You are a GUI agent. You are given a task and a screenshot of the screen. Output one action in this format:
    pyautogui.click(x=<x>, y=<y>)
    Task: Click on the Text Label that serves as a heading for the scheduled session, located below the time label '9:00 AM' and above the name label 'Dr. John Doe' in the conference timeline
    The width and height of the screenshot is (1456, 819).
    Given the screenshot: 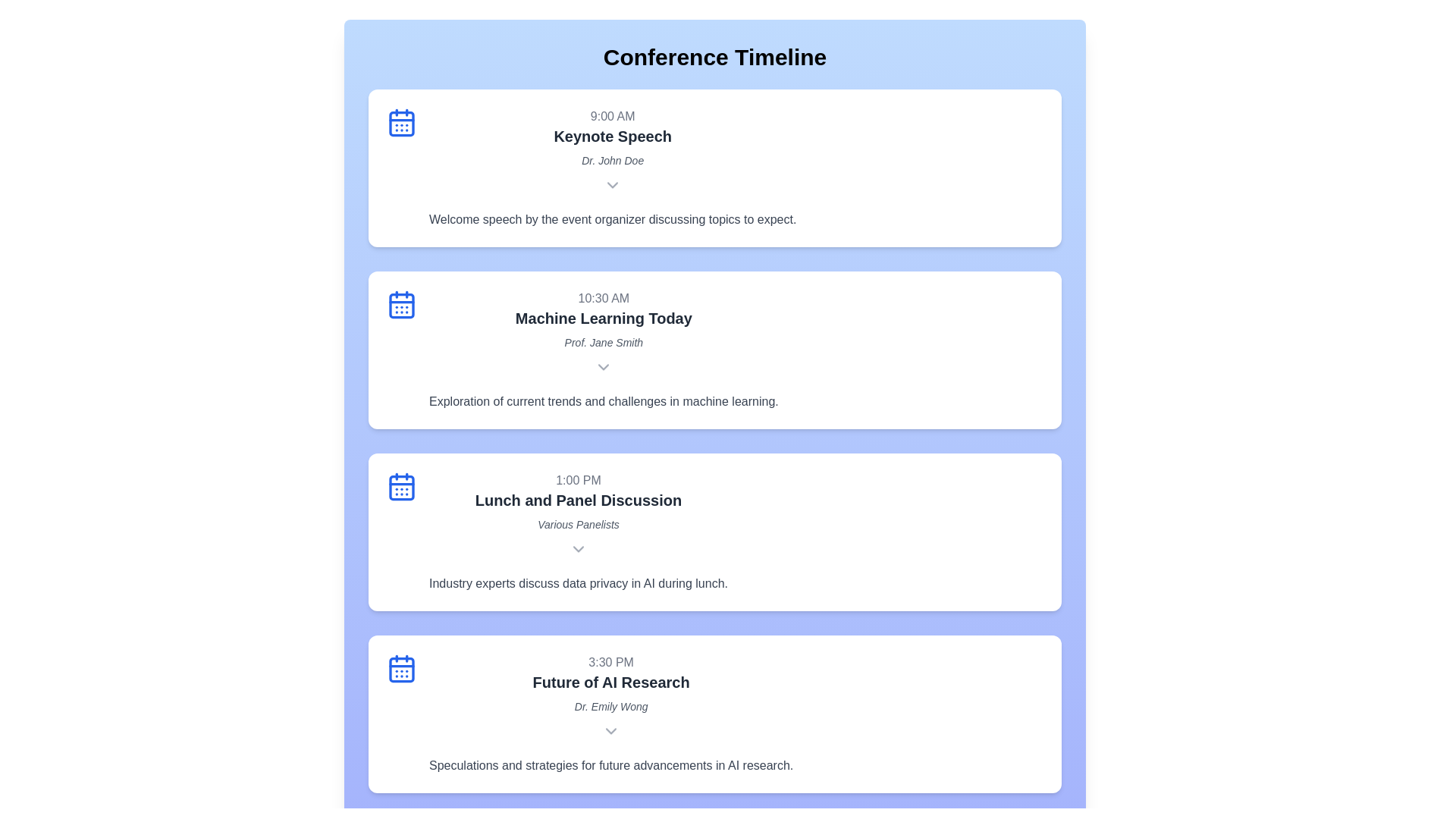 What is the action you would take?
    pyautogui.click(x=613, y=136)
    